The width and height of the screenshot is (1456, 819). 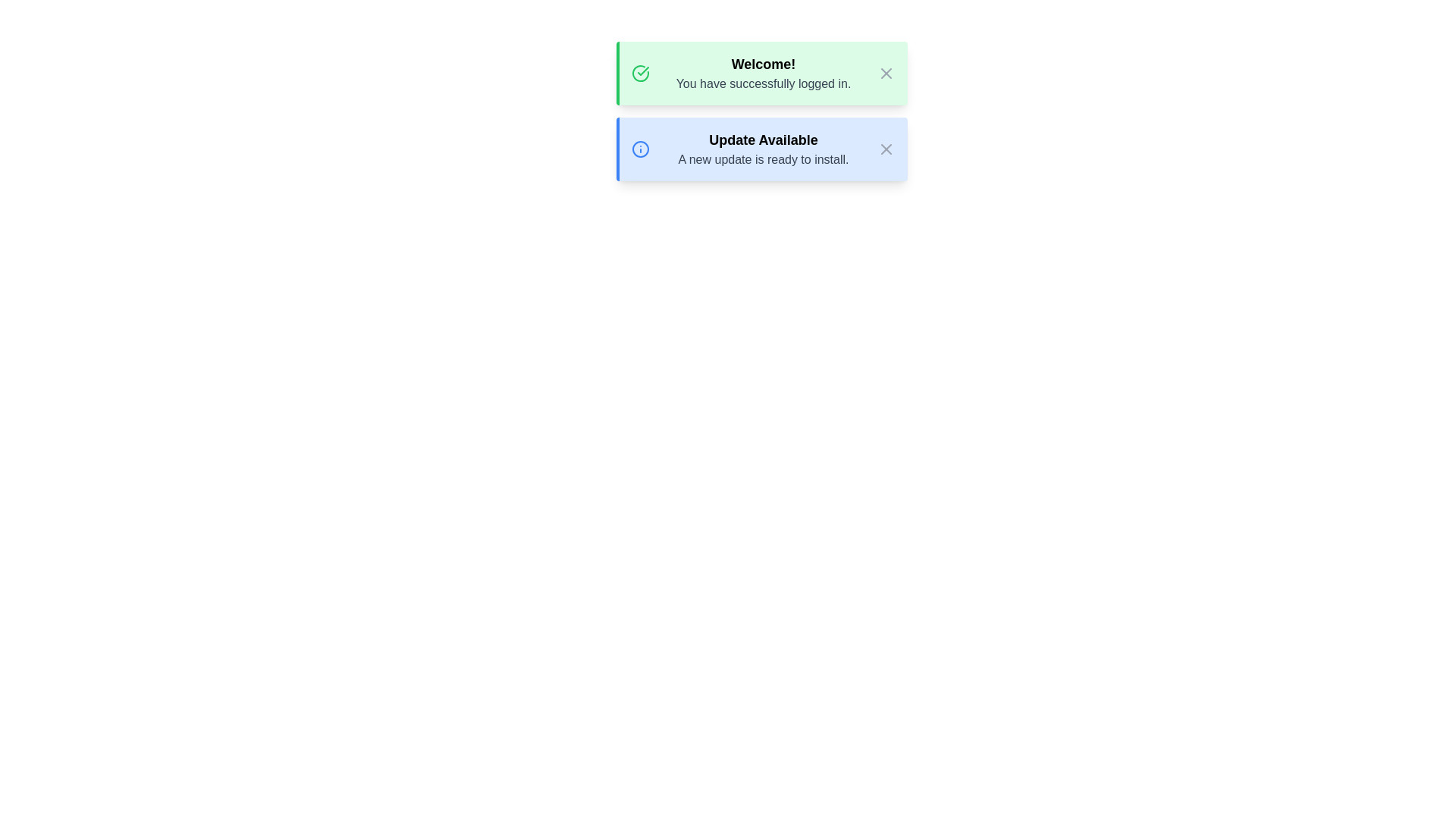 What do you see at coordinates (886, 149) in the screenshot?
I see `the 'X' button in the top-right corner of the 'Update Available' notification` at bounding box center [886, 149].